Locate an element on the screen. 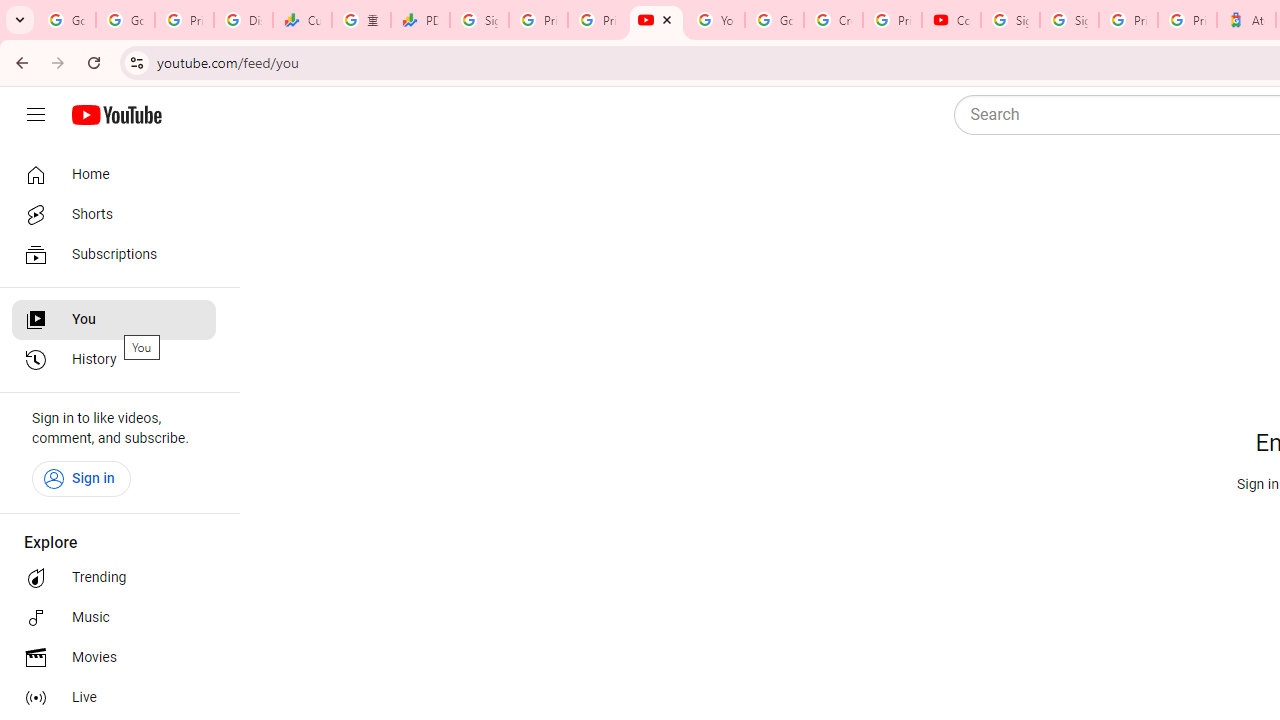  'YouTube' is located at coordinates (715, 20).